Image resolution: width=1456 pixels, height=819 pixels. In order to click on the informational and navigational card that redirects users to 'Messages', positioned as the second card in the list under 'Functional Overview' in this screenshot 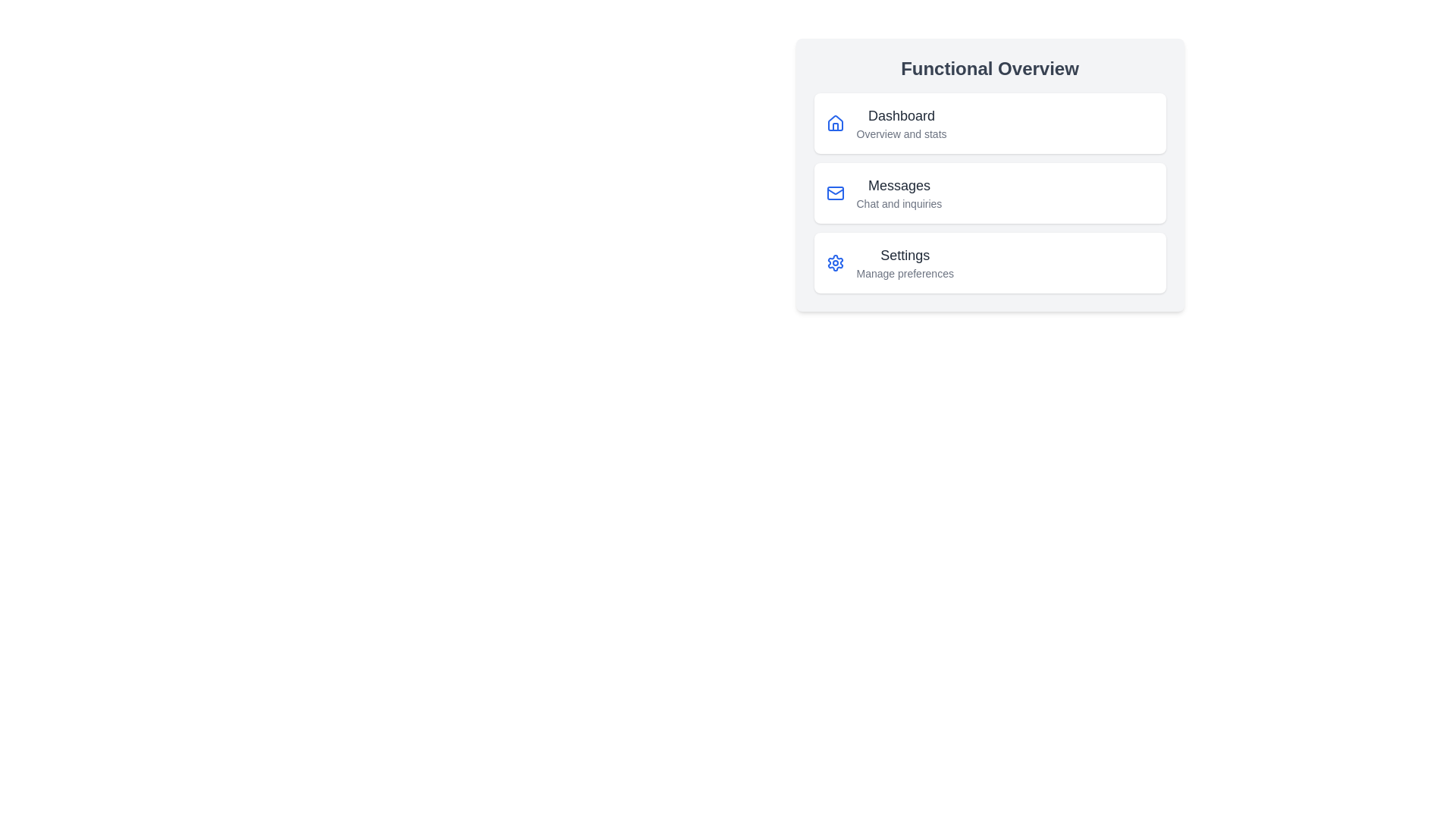, I will do `click(990, 174)`.